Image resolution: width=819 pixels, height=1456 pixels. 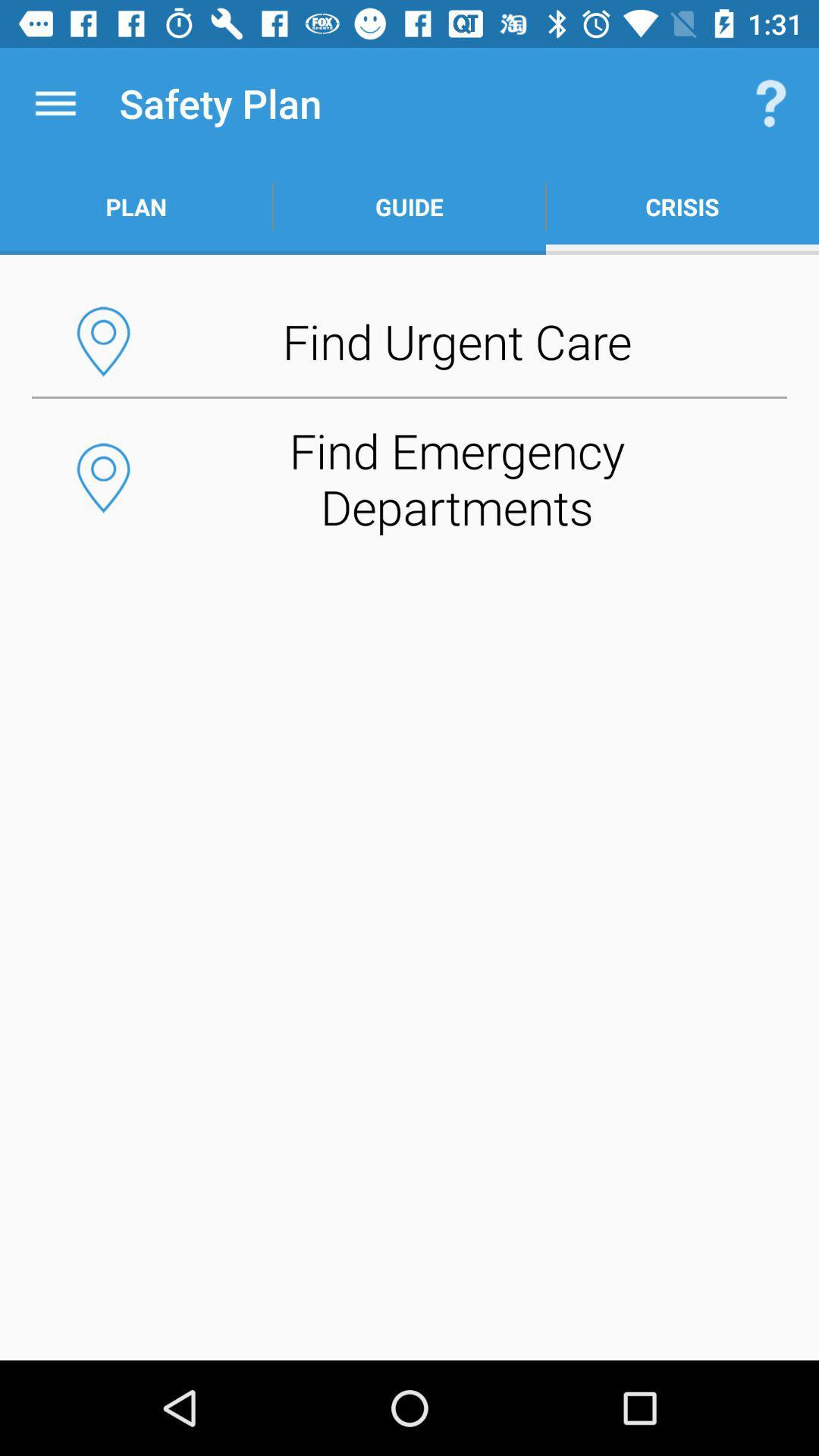 What do you see at coordinates (55, 102) in the screenshot?
I see `the icon to the left of safety plan` at bounding box center [55, 102].